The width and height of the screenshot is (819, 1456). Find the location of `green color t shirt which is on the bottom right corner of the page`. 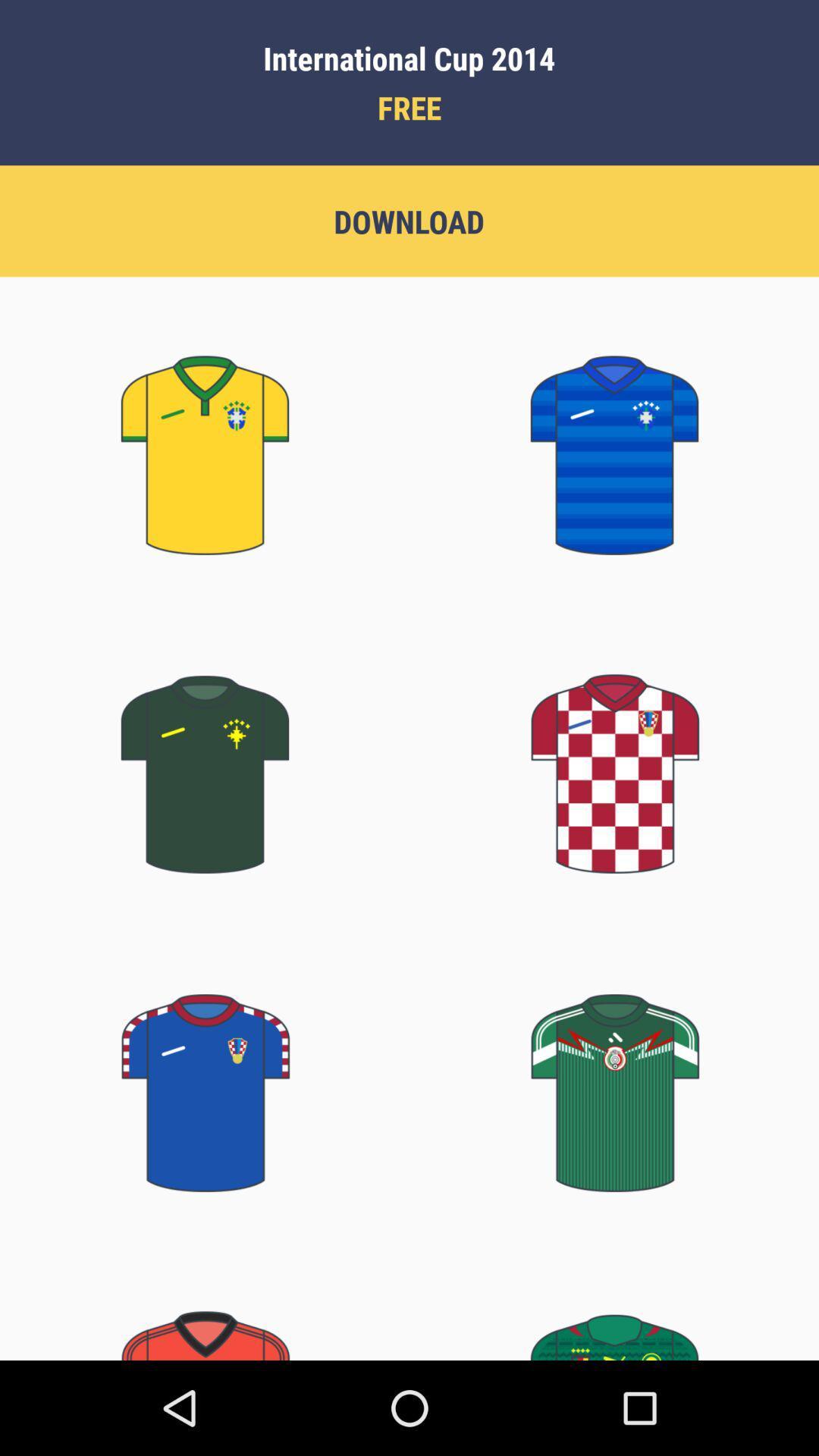

green color t shirt which is on the bottom right corner of the page is located at coordinates (614, 1316).